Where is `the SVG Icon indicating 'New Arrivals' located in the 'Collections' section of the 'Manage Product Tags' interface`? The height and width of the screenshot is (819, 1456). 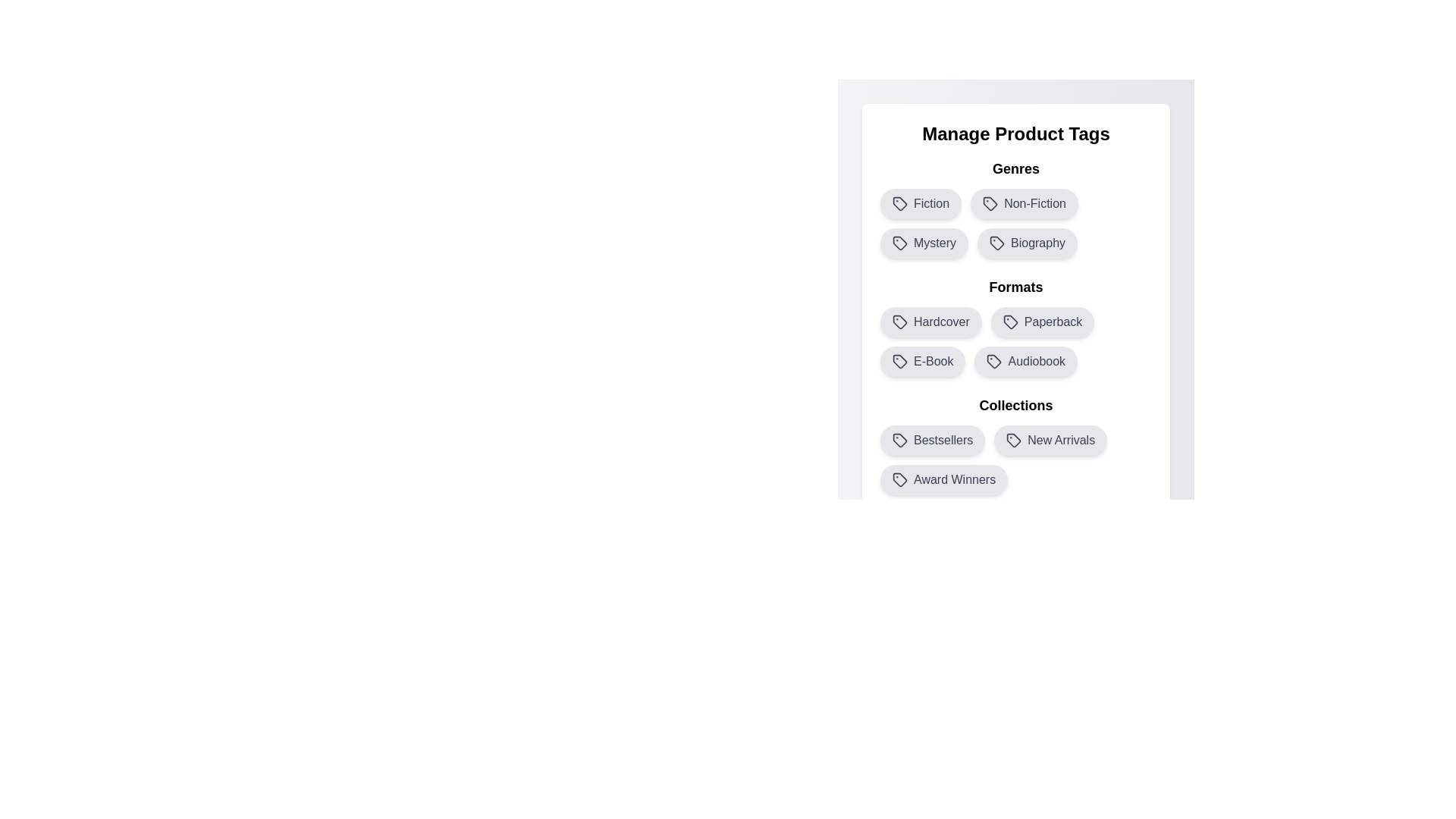
the SVG Icon indicating 'New Arrivals' located in the 'Collections' section of the 'Manage Product Tags' interface is located at coordinates (1014, 441).